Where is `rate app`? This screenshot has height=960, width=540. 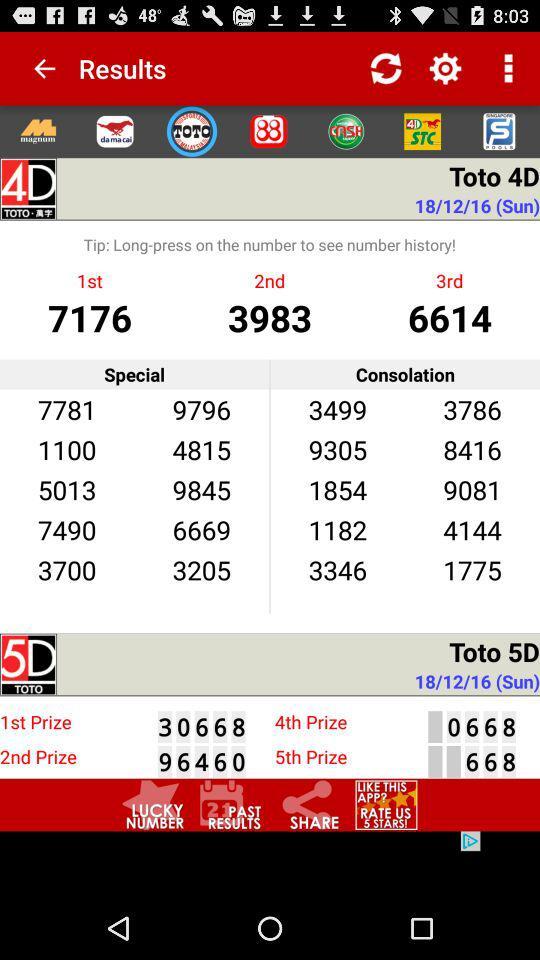
rate app is located at coordinates (386, 805).